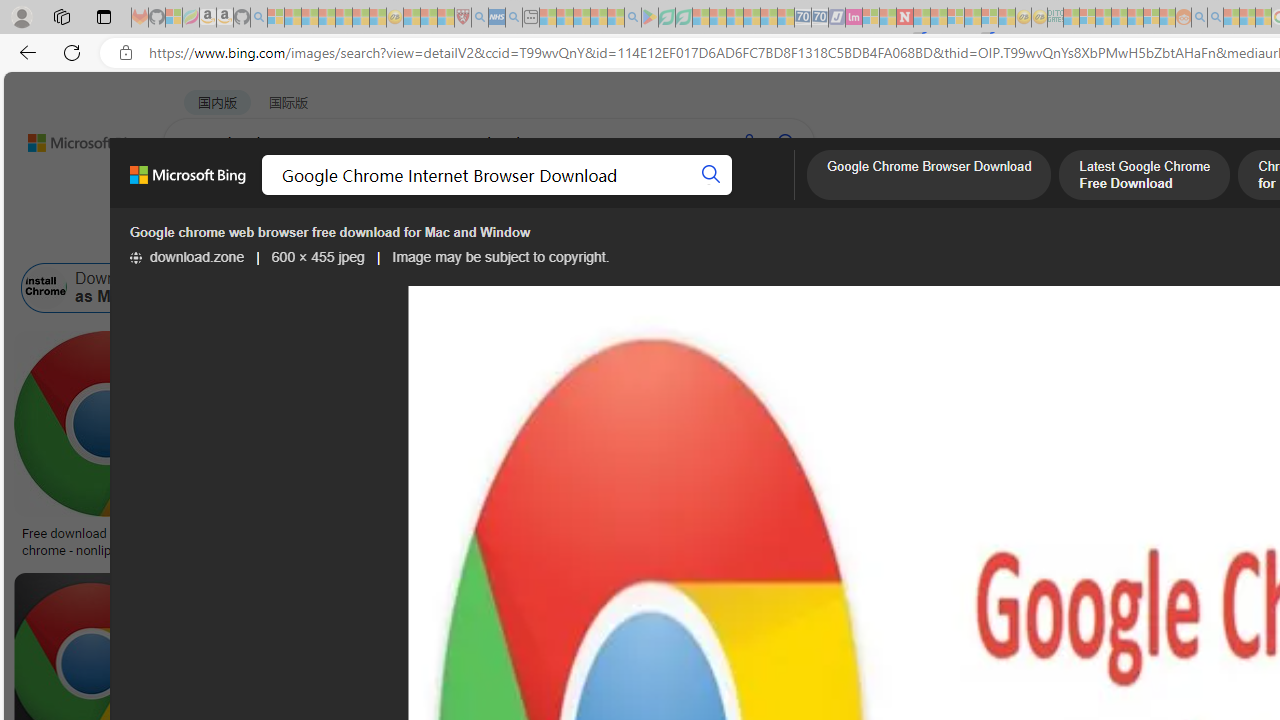  Describe the element at coordinates (928, 176) in the screenshot. I see `'Google Chrome Browser Download'` at that location.